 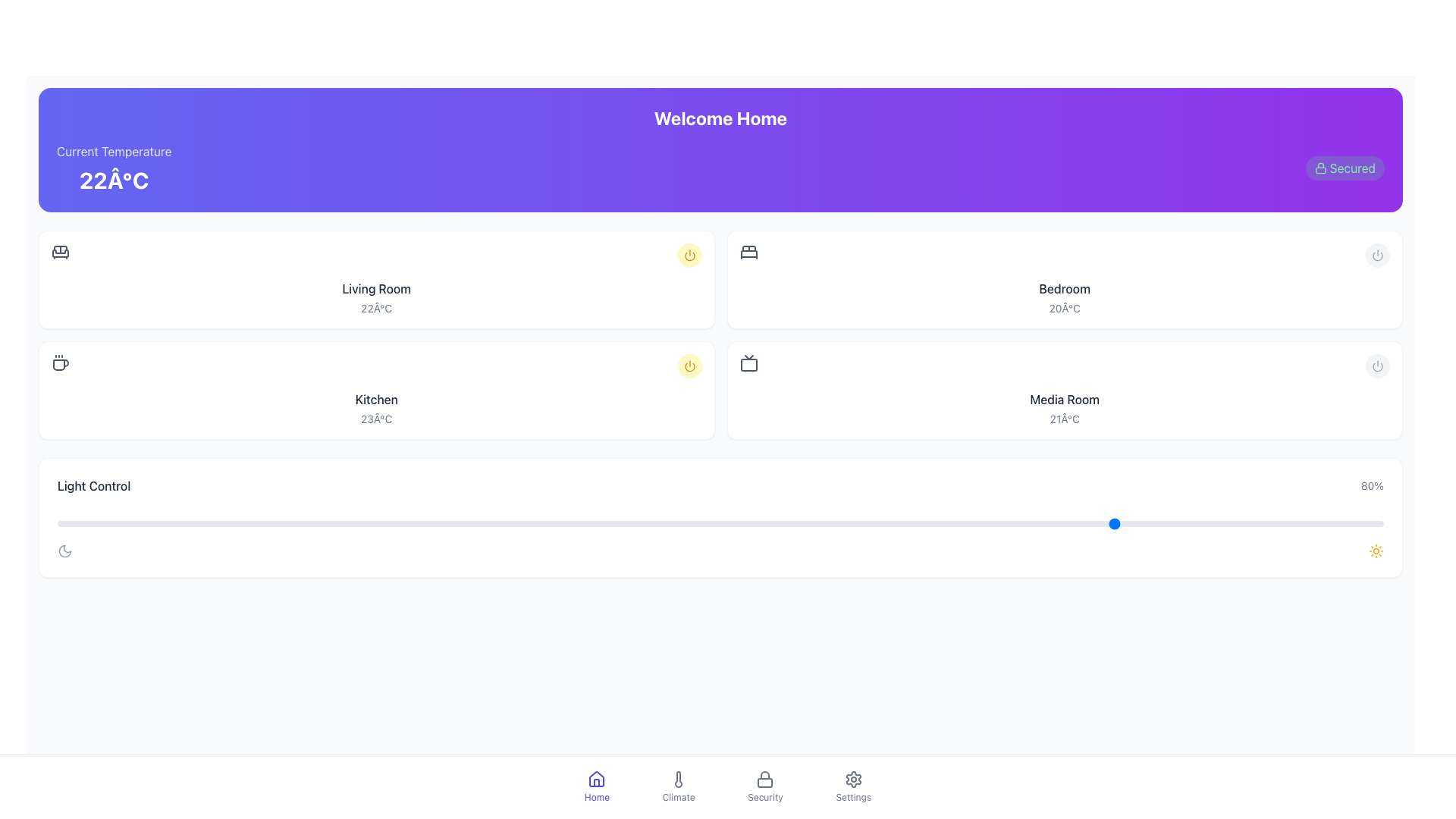 What do you see at coordinates (689, 256) in the screenshot?
I see `the power button icon, which is a segment of a circle located in the bottom right corner of the 'Kitchen' section card, to potentially view additional details or status` at bounding box center [689, 256].